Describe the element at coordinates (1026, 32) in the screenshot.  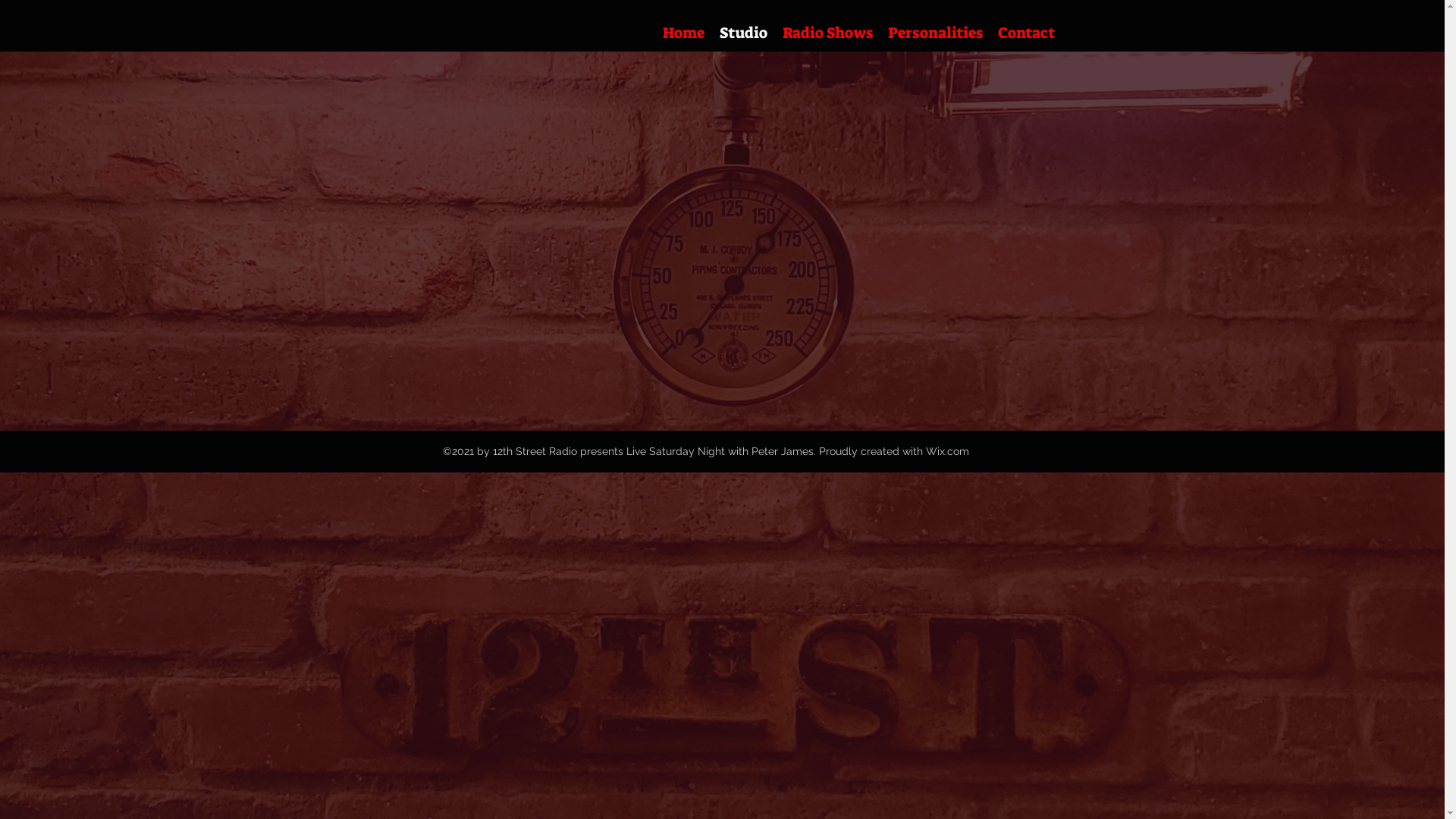
I see `'Contact'` at that location.